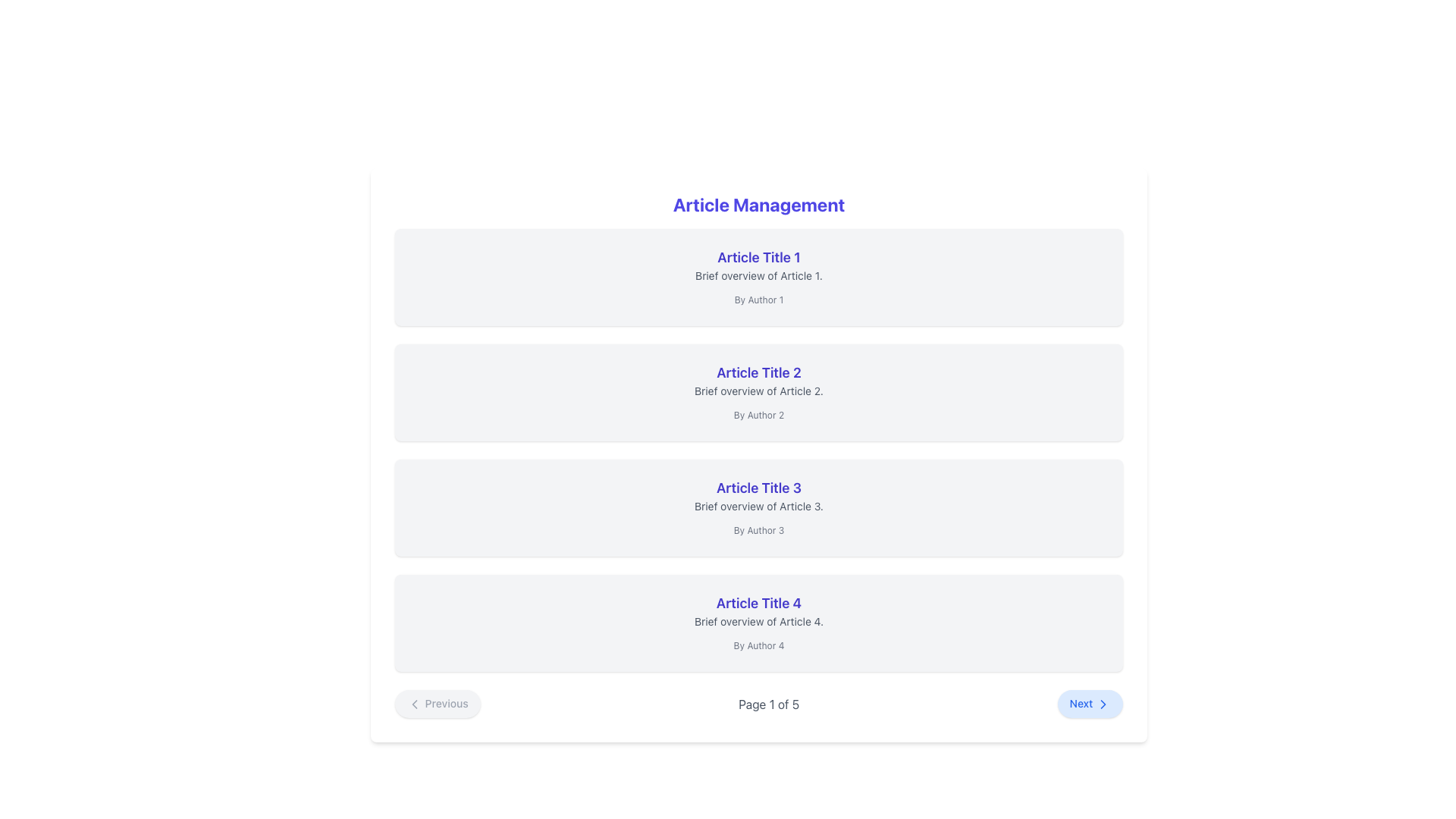  I want to click on title displayed in the text label at the top-center of the listing card titled 'Article Title 1', so click(759, 256).